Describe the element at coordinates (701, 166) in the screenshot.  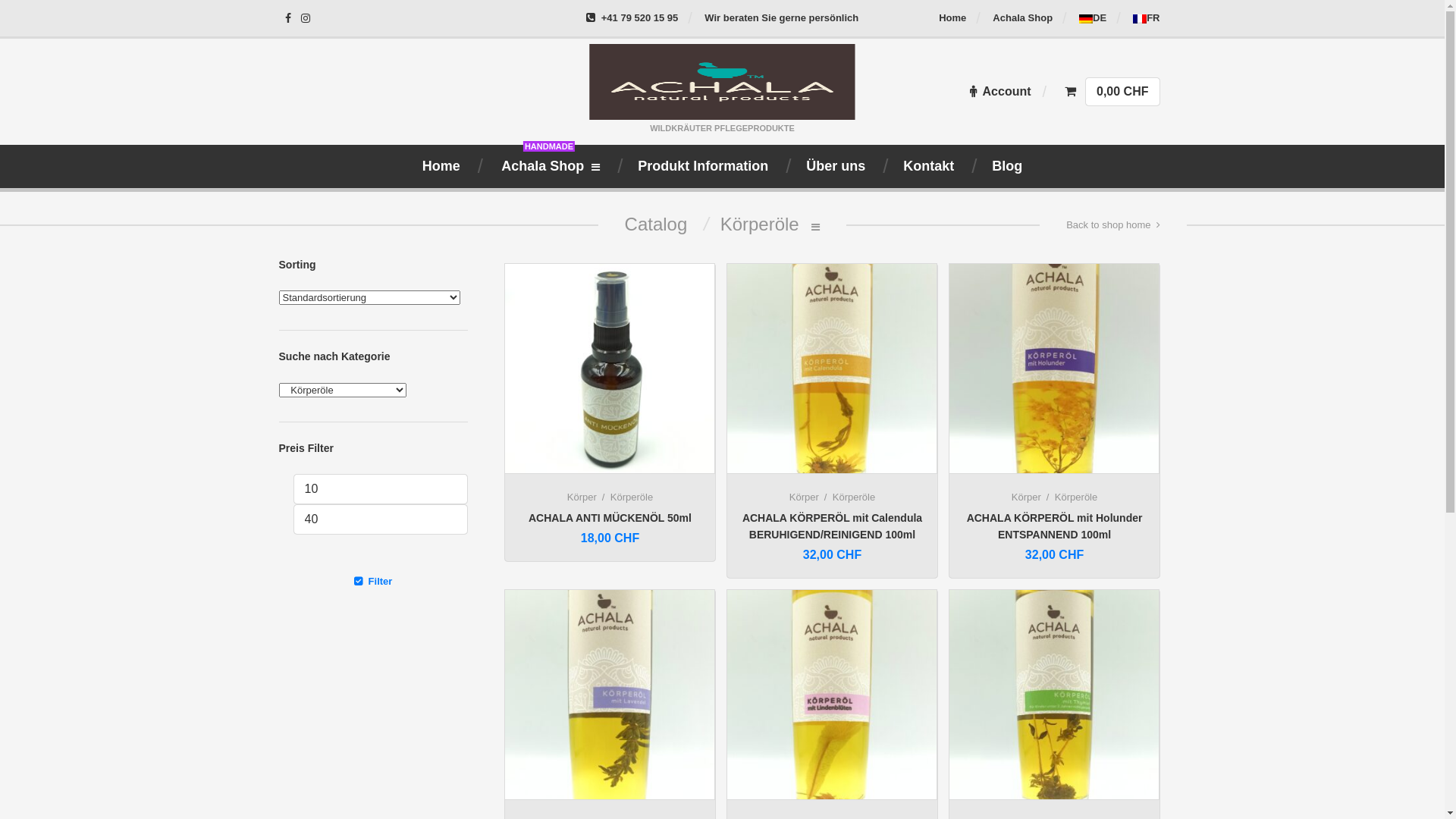
I see `'Produkt Information'` at that location.